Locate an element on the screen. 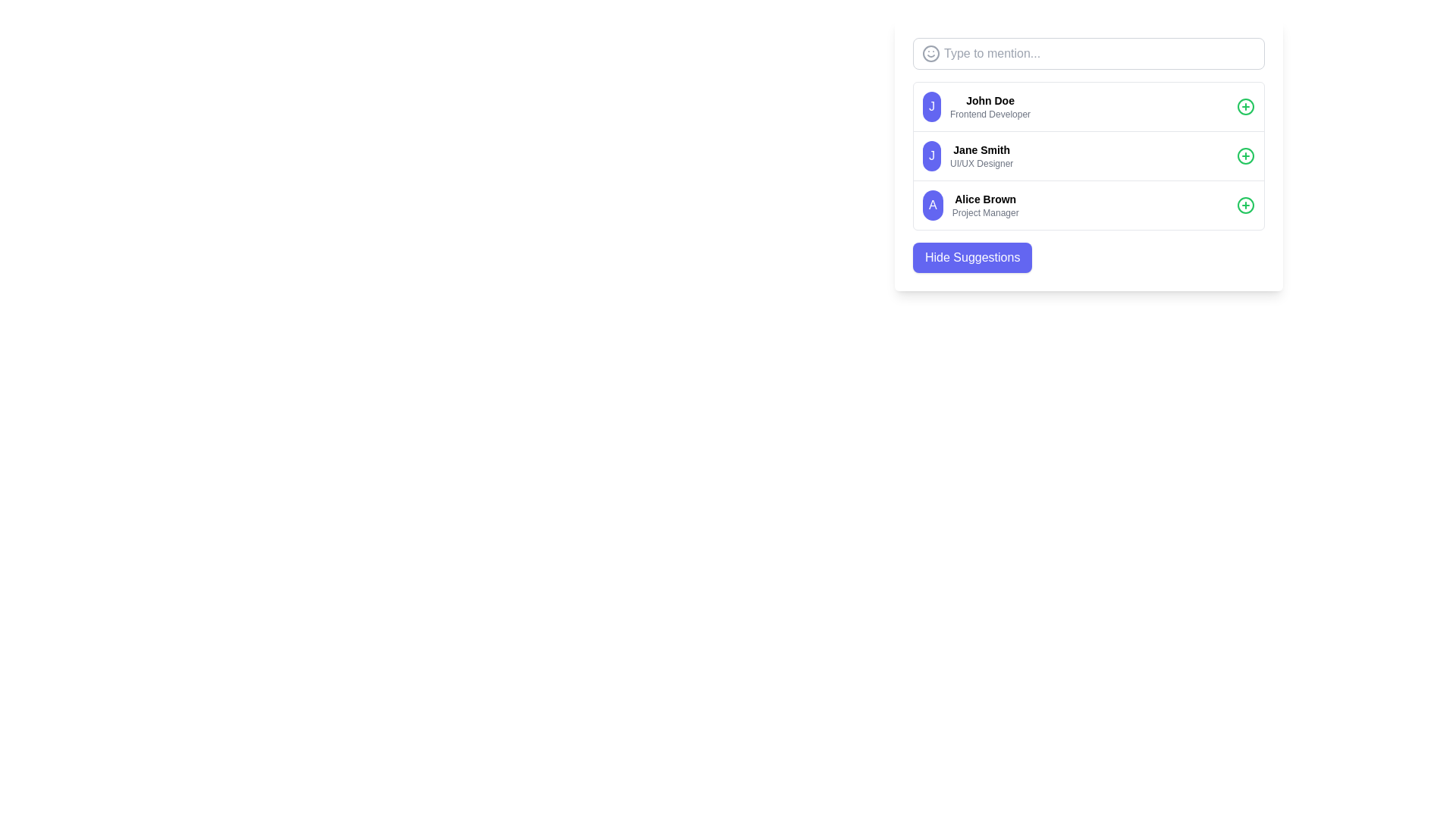 The width and height of the screenshot is (1456, 819). the text label displaying 'UI/UX Designer' located directly below 'Jane Smith' in the second list entry of suggestions is located at coordinates (981, 164).